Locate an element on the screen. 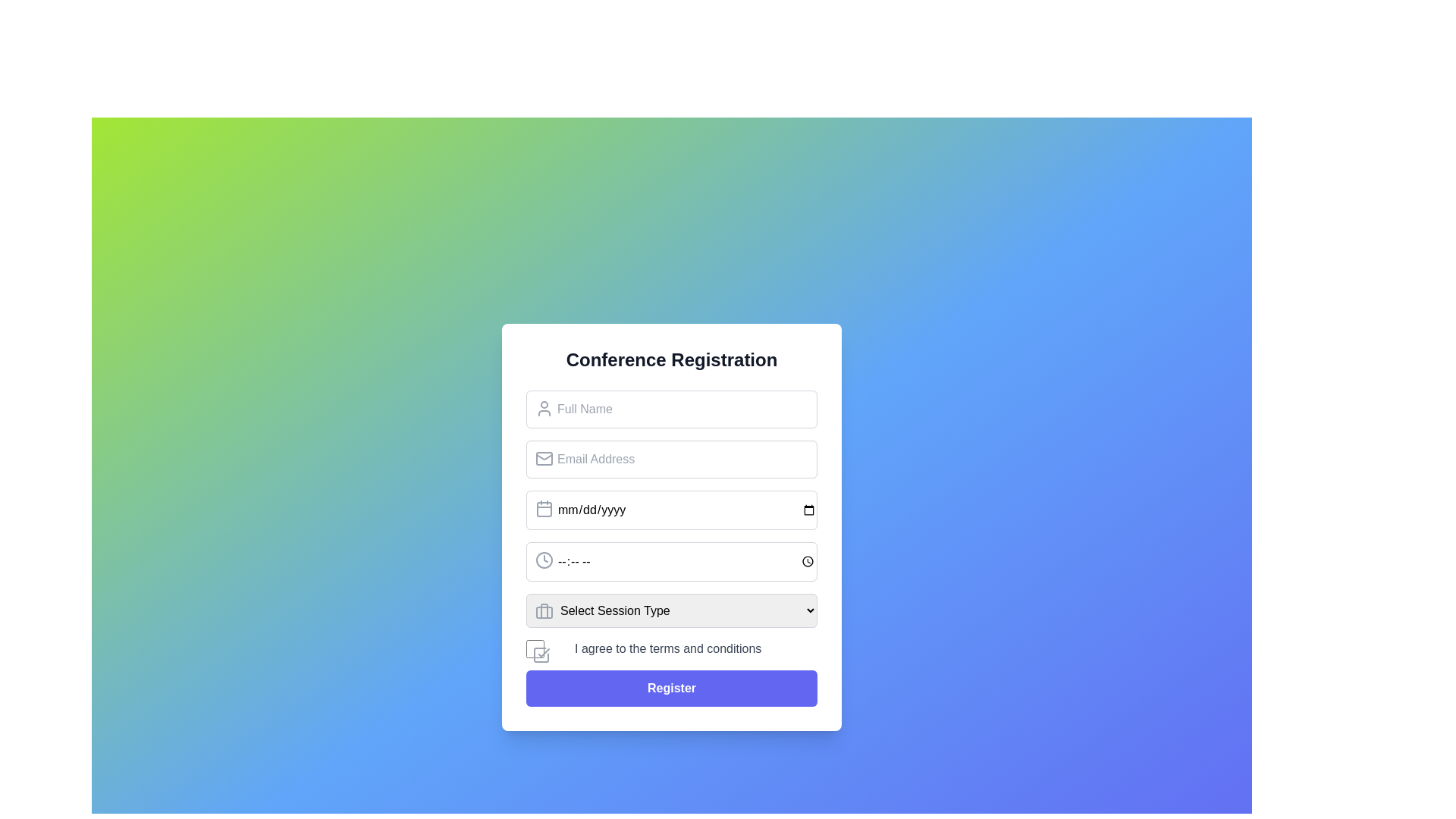 The height and width of the screenshot is (819, 1456). the circular outline of the clock icon located within the time selection field in the registration form, which is positioned to the left of the '--:-- --' placeholder is located at coordinates (544, 560).